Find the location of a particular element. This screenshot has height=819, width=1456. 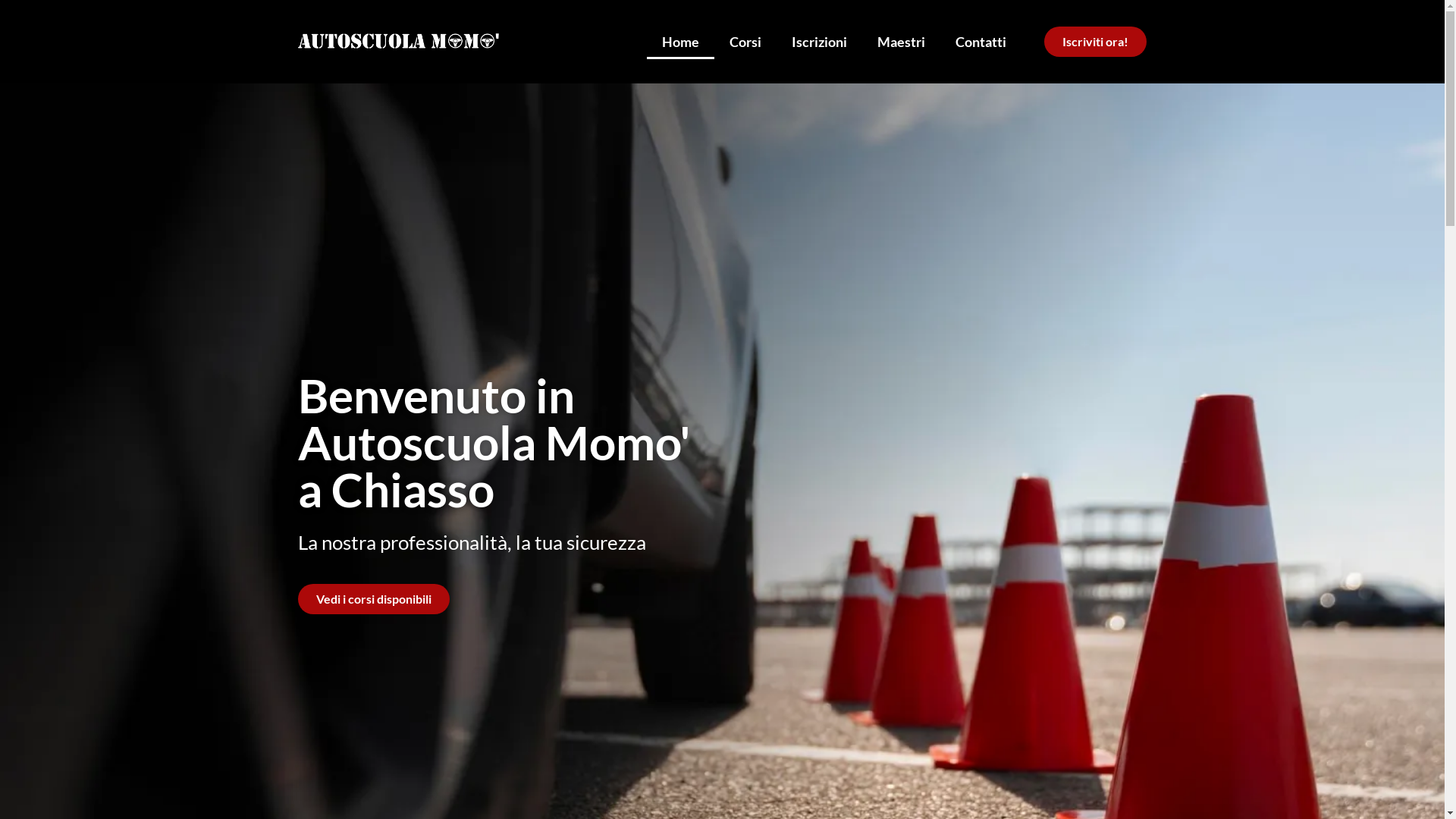

'Iscriviti ora!' is located at coordinates (1043, 40).